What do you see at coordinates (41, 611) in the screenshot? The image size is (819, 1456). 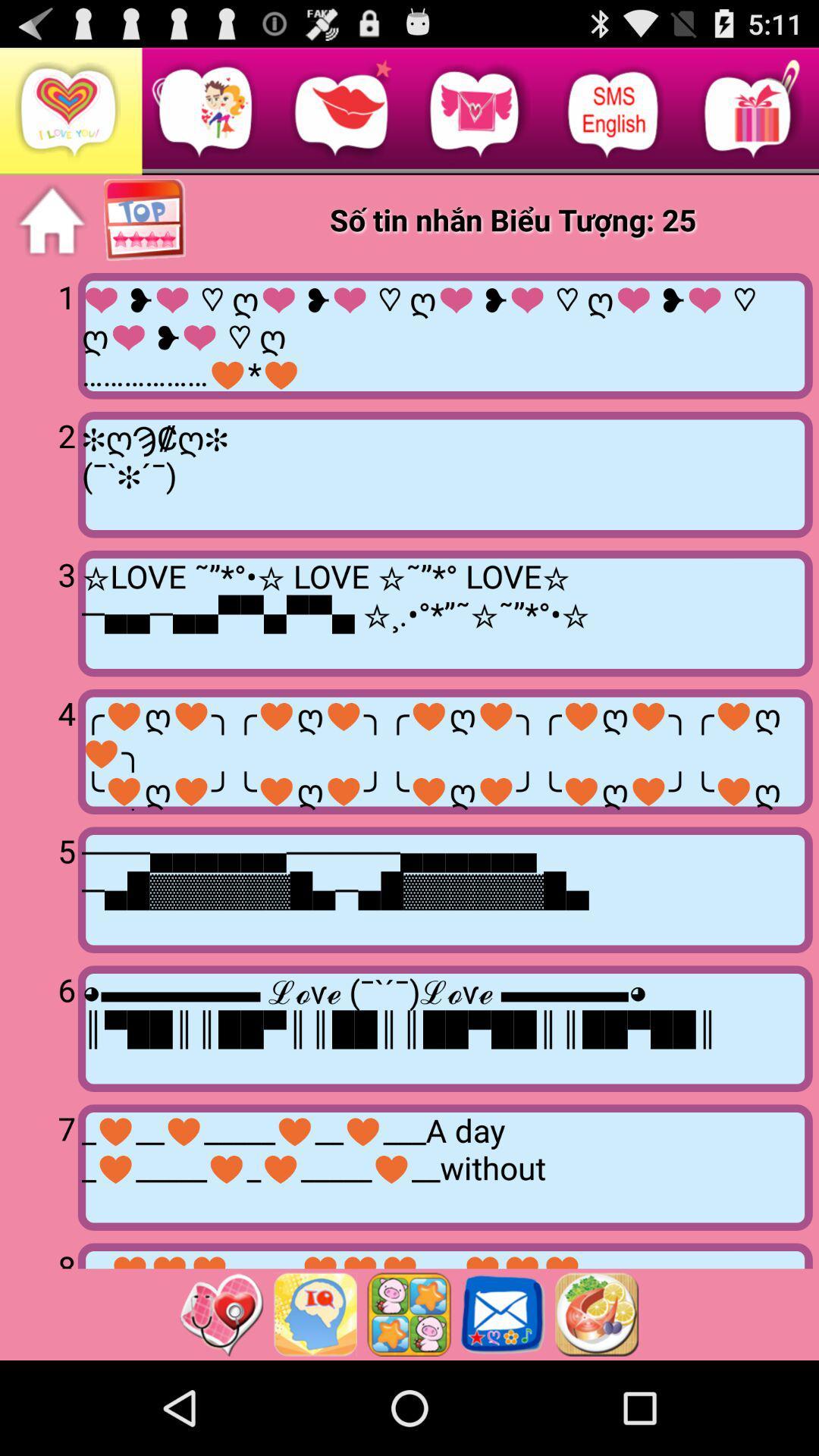 I see `the icon above 4 icon` at bounding box center [41, 611].